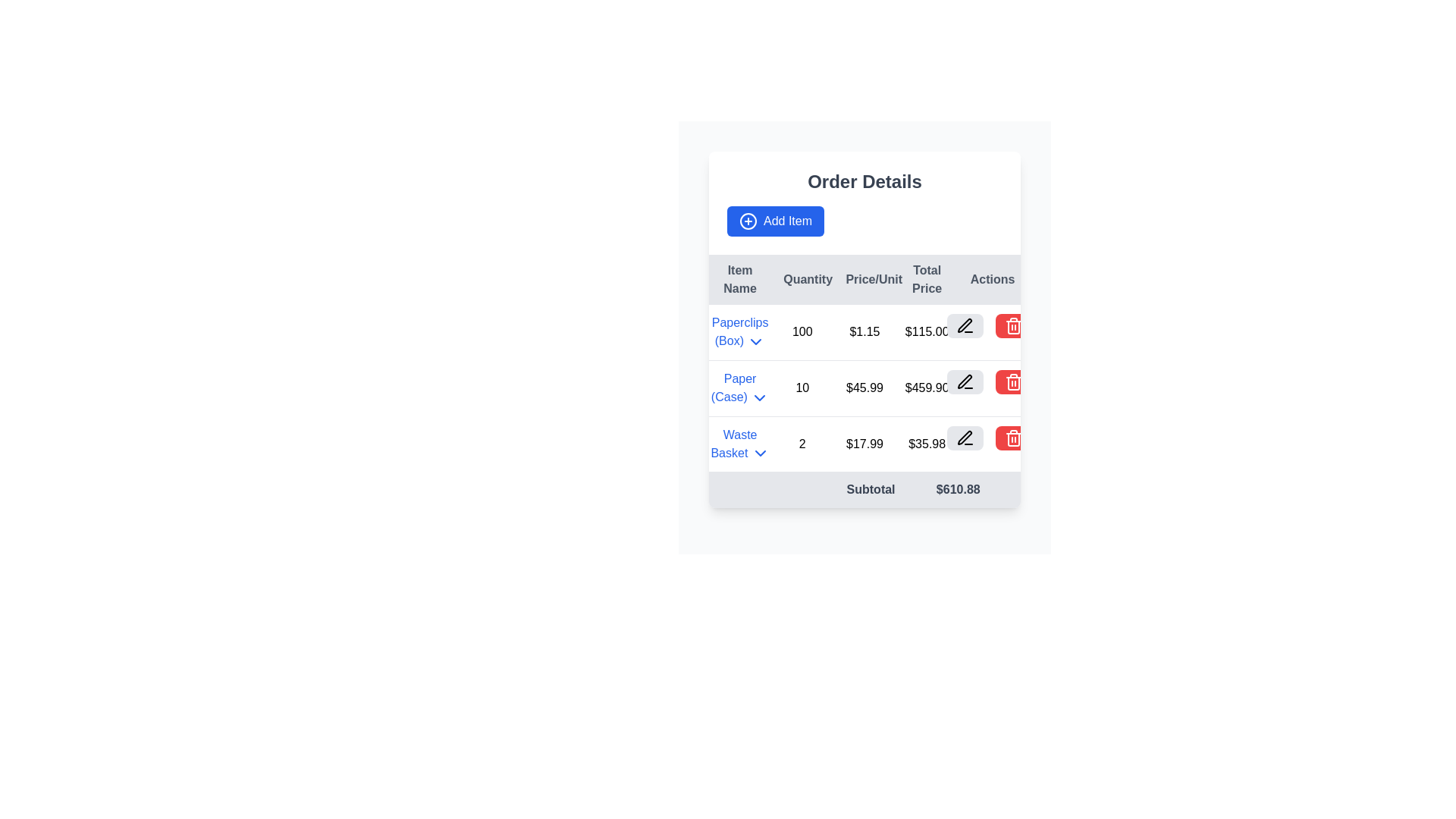 This screenshot has height=819, width=1456. What do you see at coordinates (864, 388) in the screenshot?
I see `the text displaying the value '$45.99' located in the second row of the 'Order Details' section under the 'Price/Unit' column` at bounding box center [864, 388].